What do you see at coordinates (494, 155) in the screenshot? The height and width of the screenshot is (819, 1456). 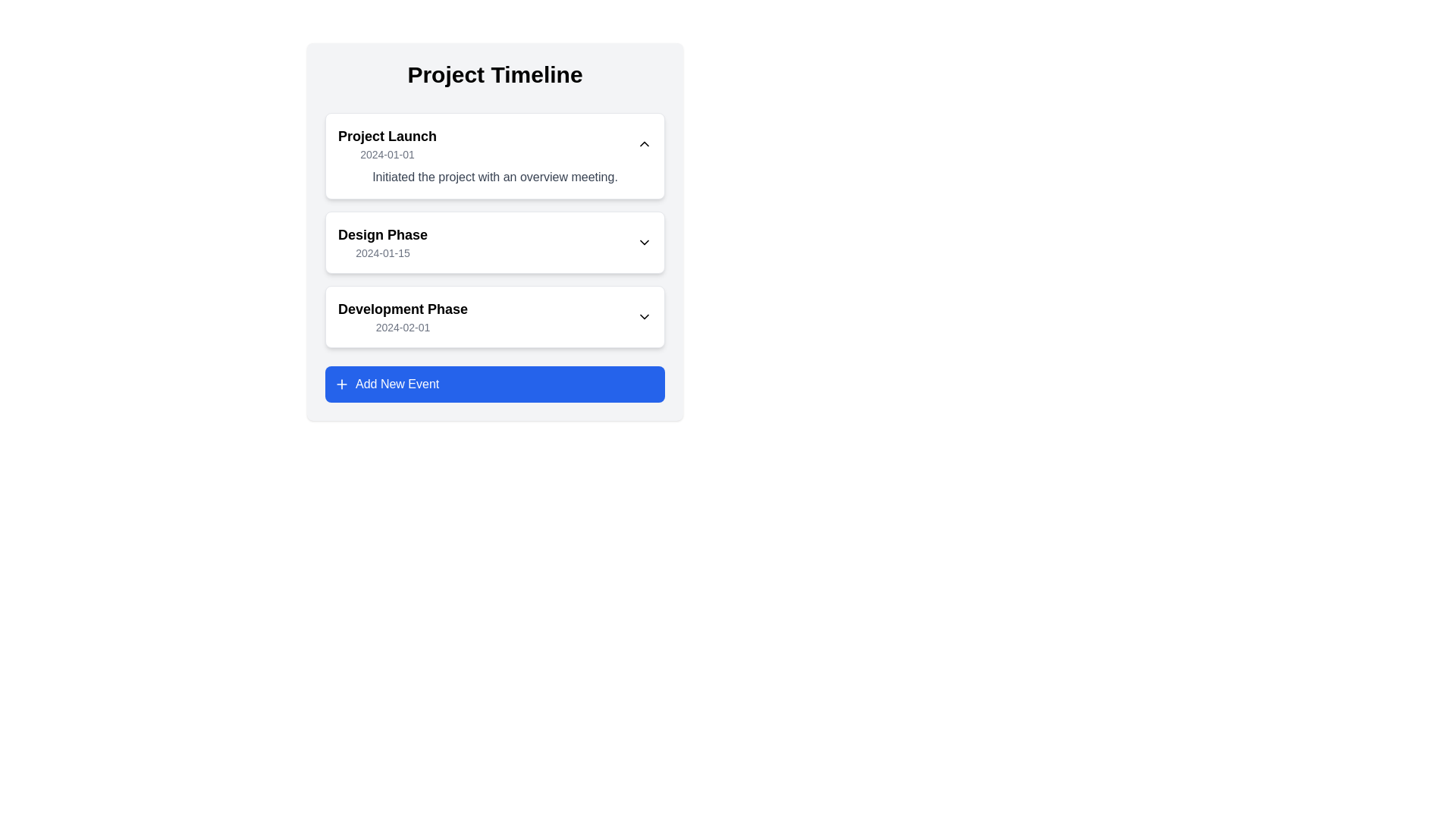 I see `the first informational card in the vertical list of phases titled 'Project Timeline', which includes details about the project phase such as title, start date, and a brief description` at bounding box center [494, 155].